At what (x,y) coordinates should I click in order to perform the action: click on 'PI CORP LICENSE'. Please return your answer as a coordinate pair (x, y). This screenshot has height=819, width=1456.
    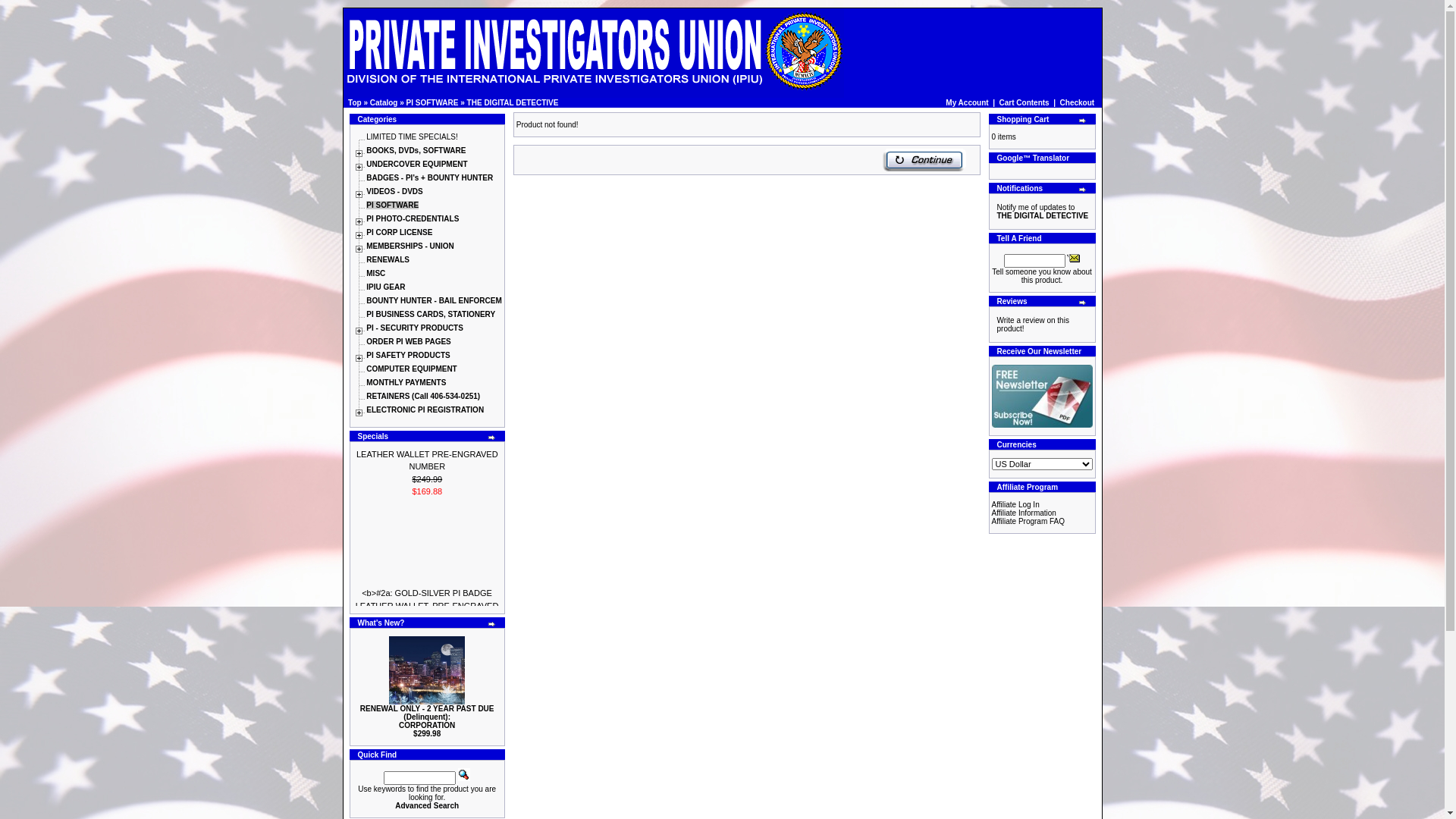
    Looking at the image, I should click on (366, 232).